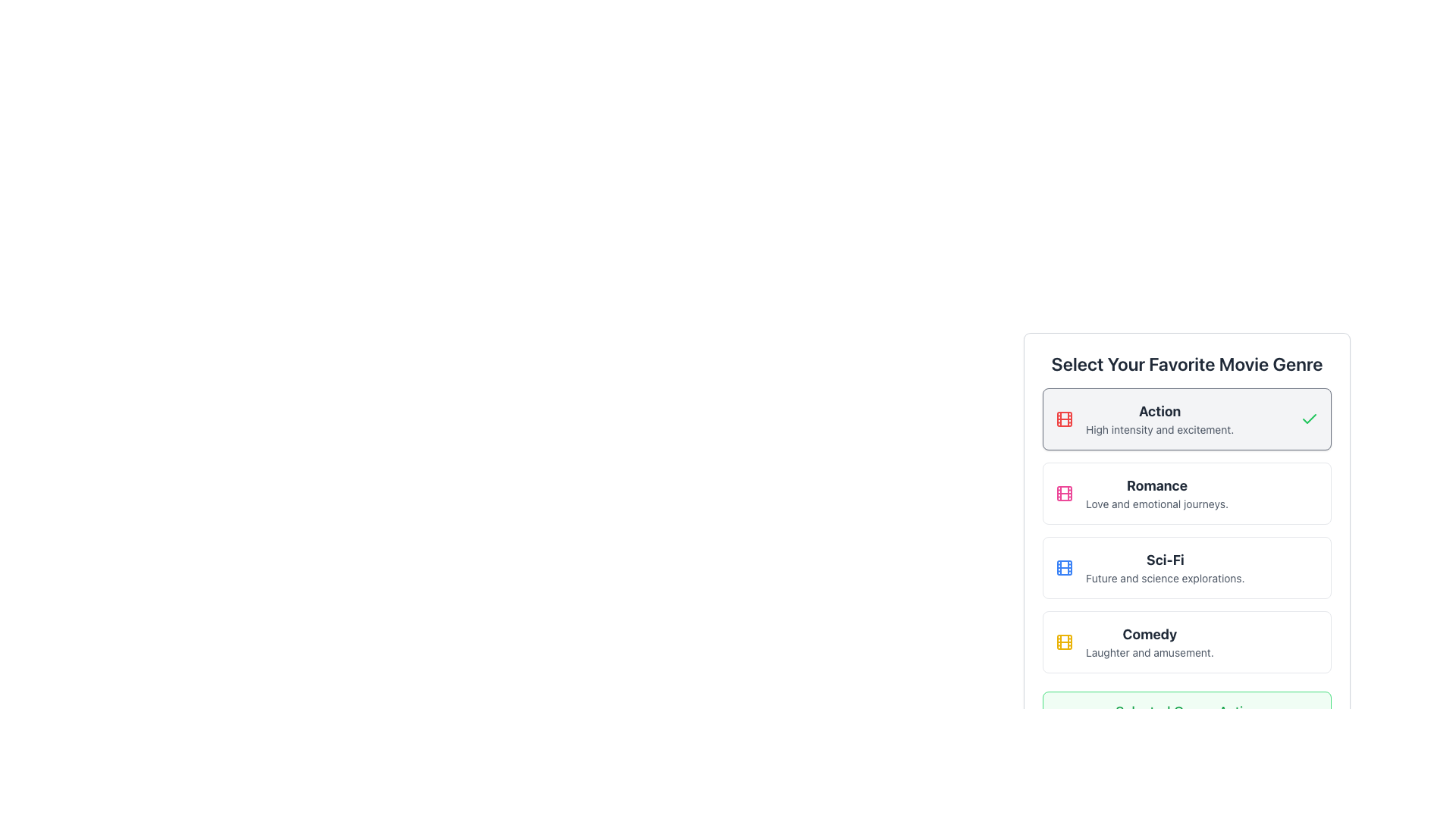 The width and height of the screenshot is (1456, 819). What do you see at coordinates (1063, 419) in the screenshot?
I see `the decorative icon representing the 'Action' genre option, which is a rectangular SVG shape with rounded corners, located to the left of the text 'Action' in the modal window` at bounding box center [1063, 419].